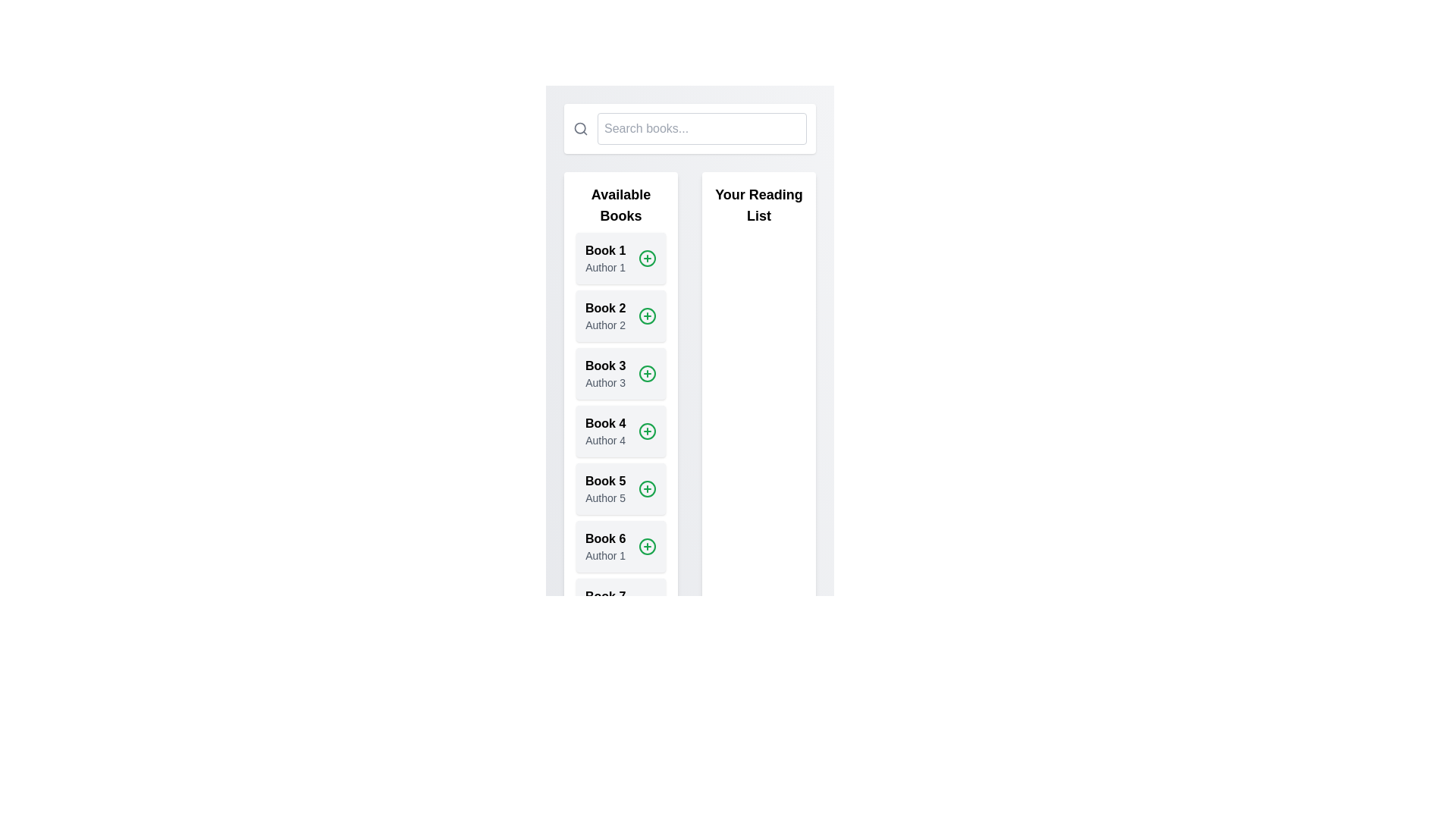  Describe the element at coordinates (648, 547) in the screenshot. I see `the circular addition icon with a green border and '+' symbol located in the 'Available Books' list under 'Book 6 Author 1'` at that location.